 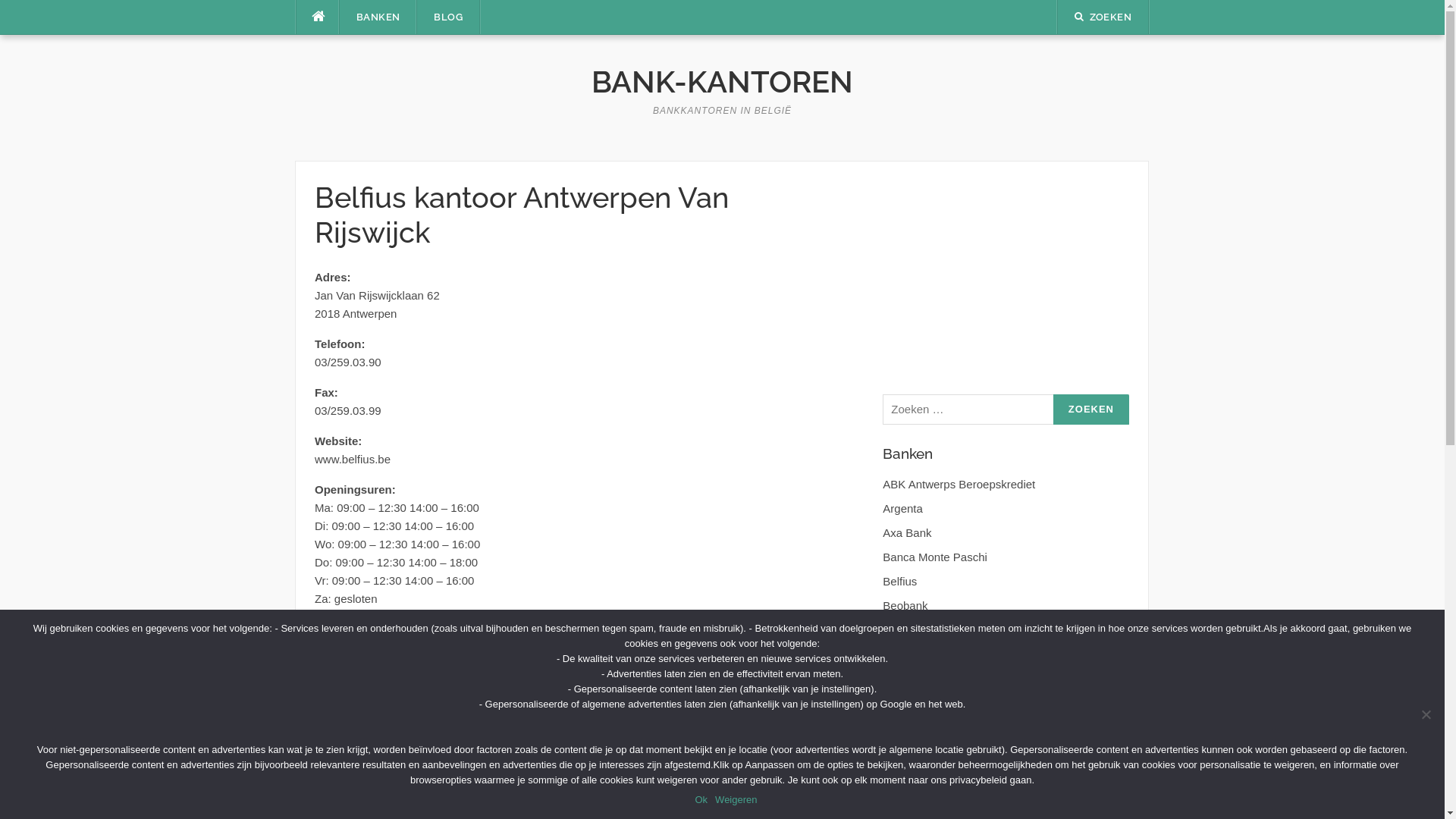 What do you see at coordinates (934, 557) in the screenshot?
I see `'Banca Monte Paschi'` at bounding box center [934, 557].